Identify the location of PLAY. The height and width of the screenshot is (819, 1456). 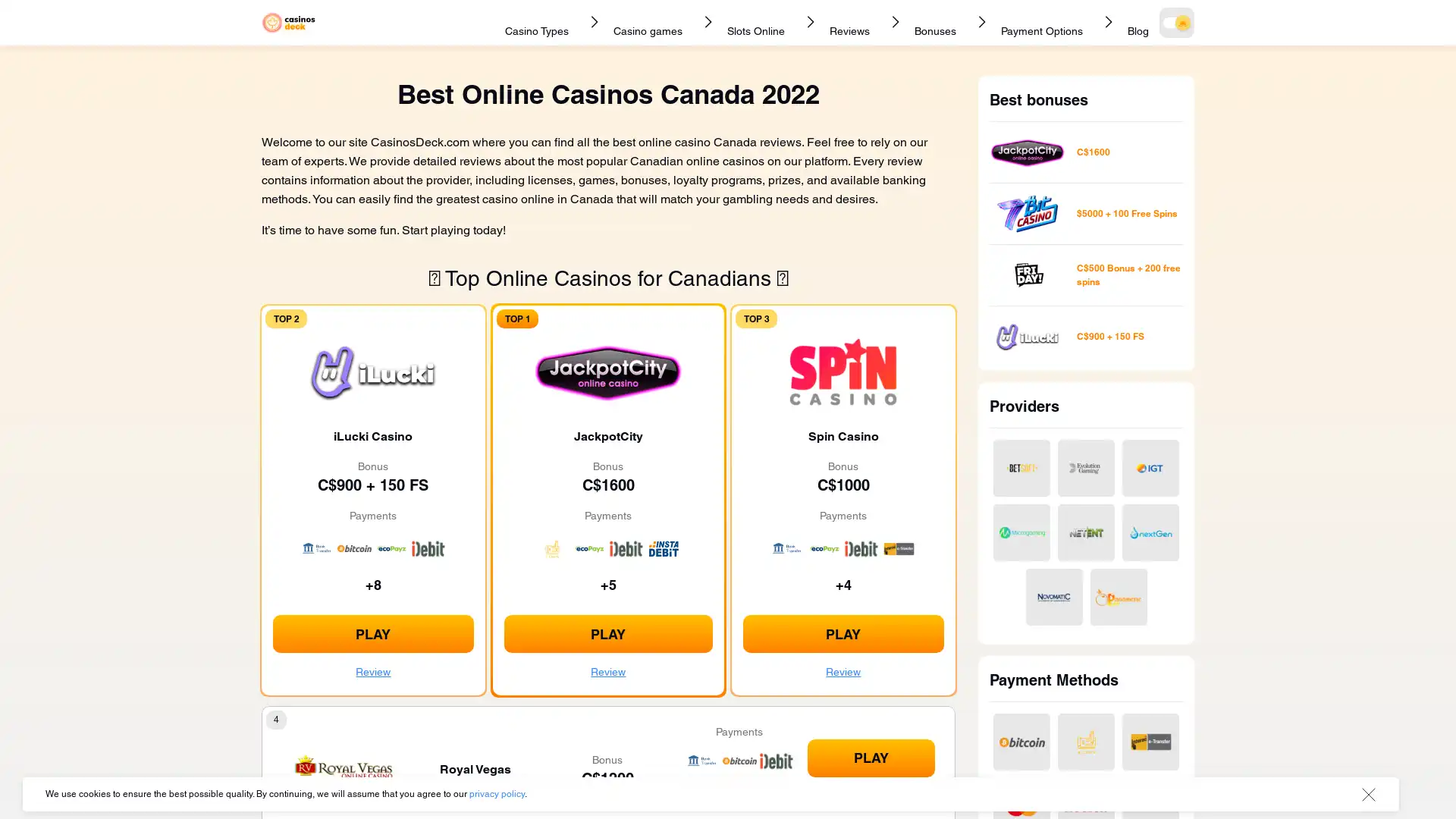
(607, 634).